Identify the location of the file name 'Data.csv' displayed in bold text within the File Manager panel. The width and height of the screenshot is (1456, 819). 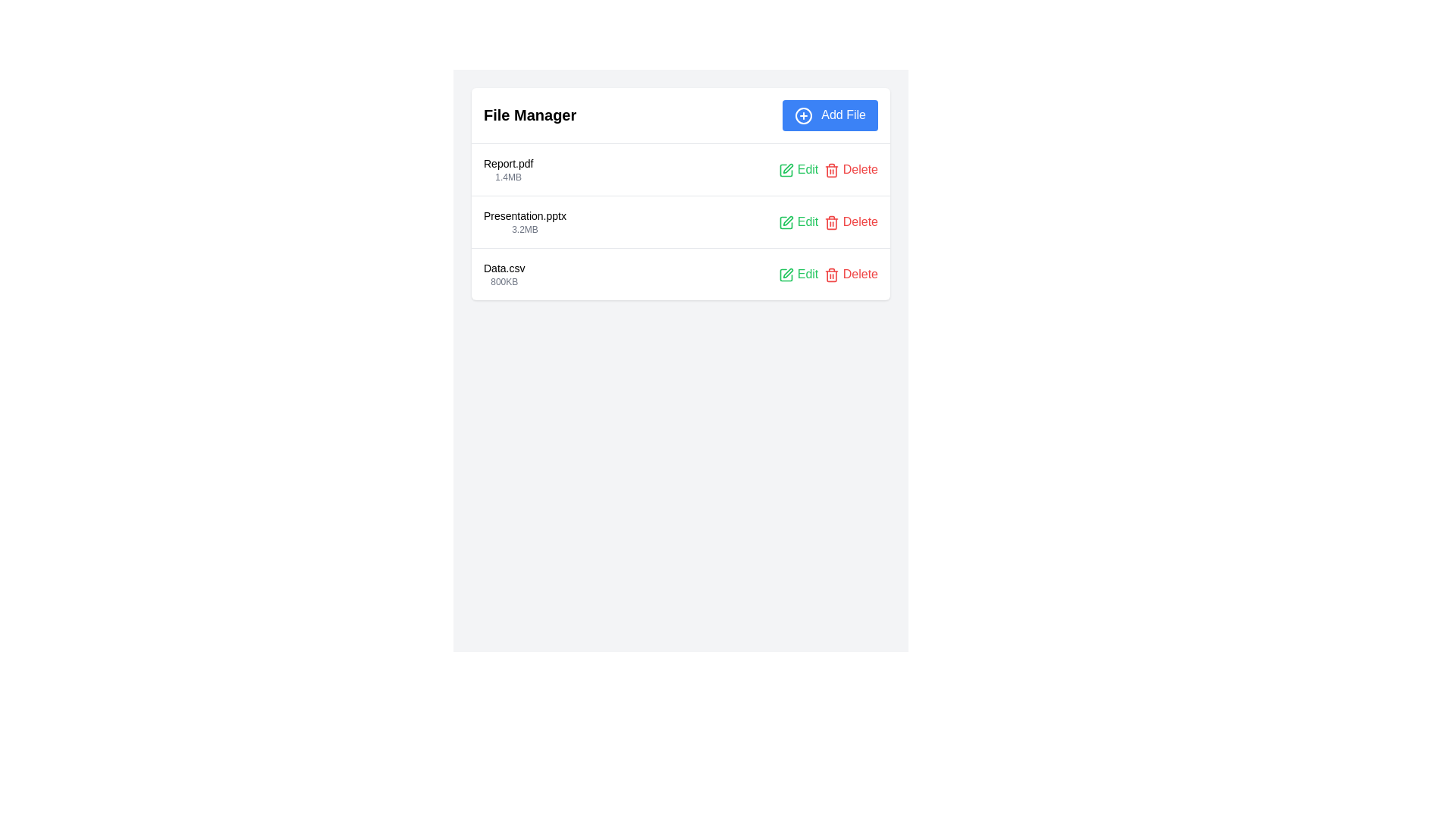
(504, 267).